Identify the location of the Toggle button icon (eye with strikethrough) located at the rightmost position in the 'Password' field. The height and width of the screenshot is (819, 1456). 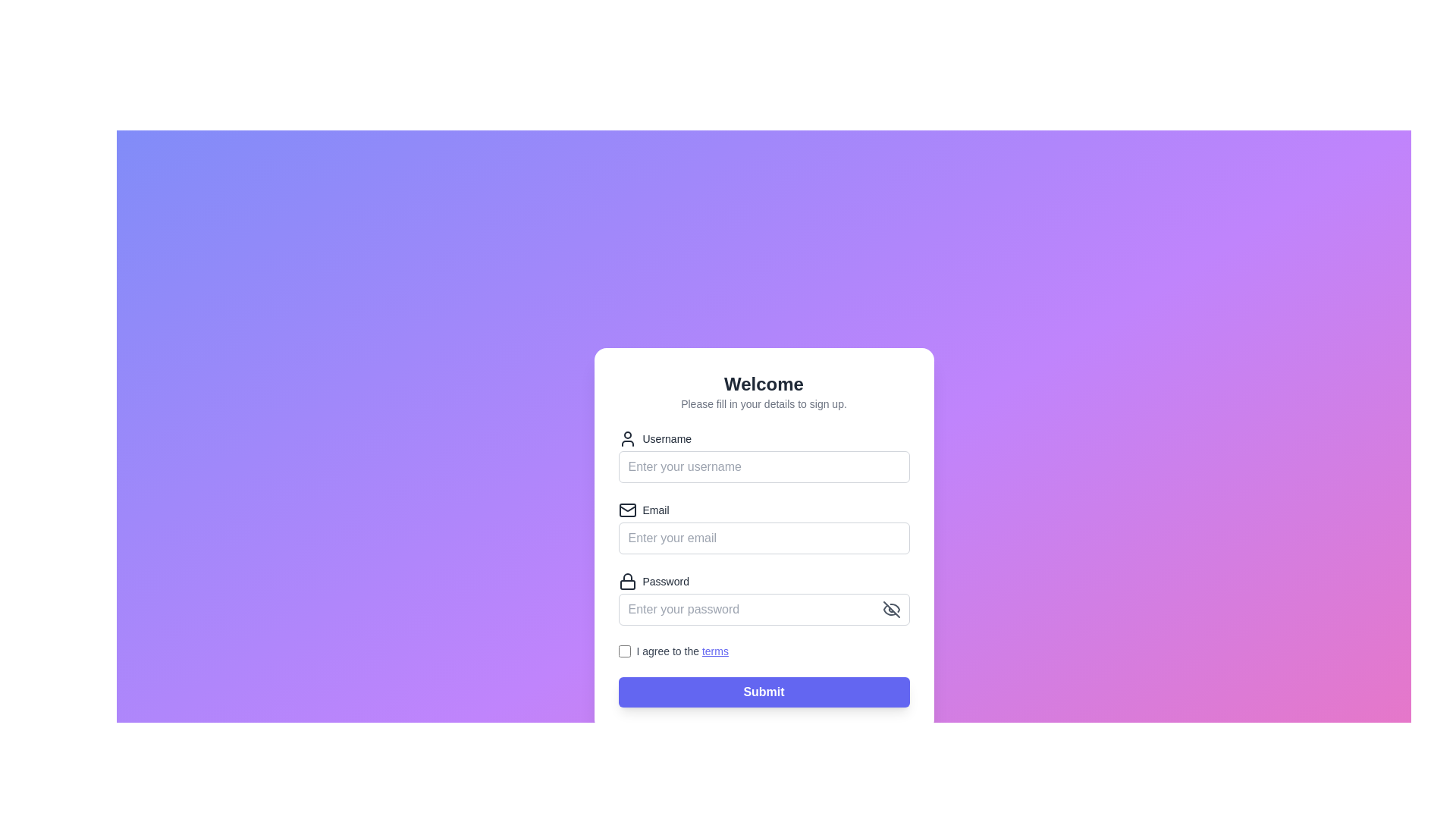
(891, 608).